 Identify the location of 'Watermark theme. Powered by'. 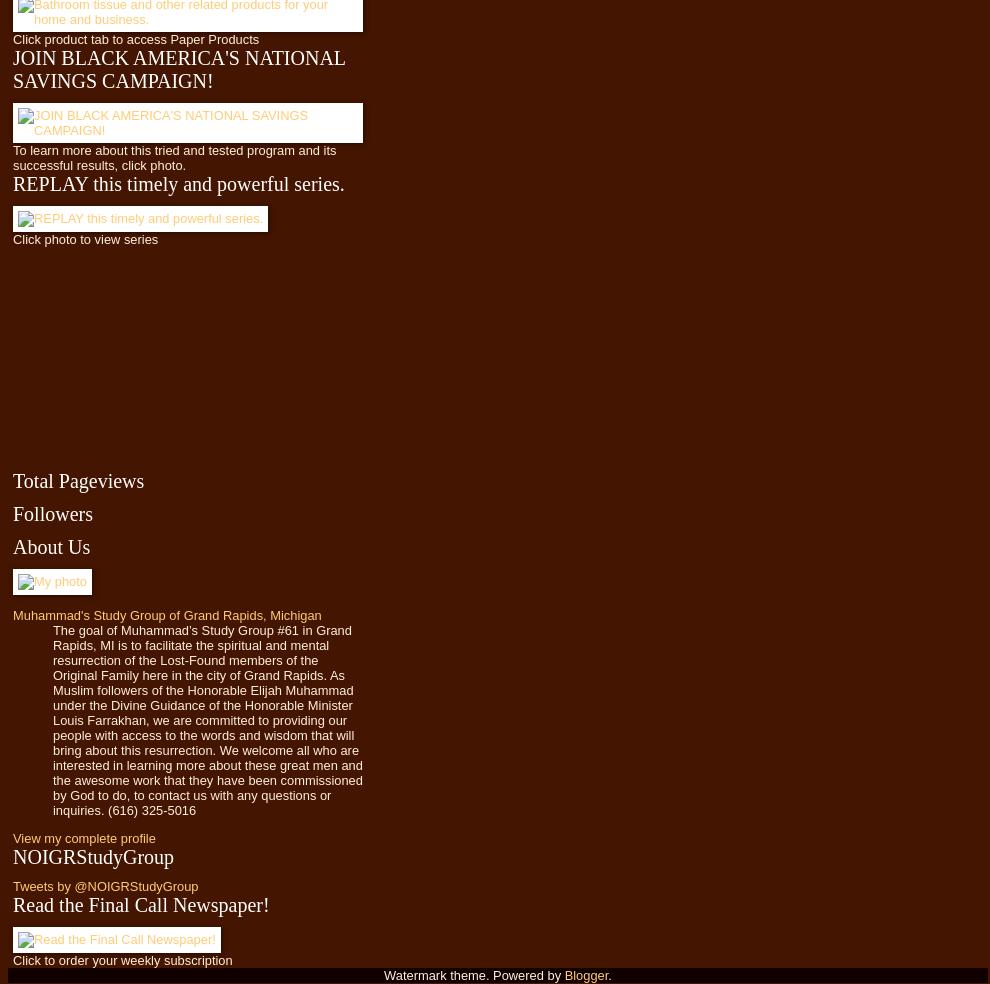
(384, 974).